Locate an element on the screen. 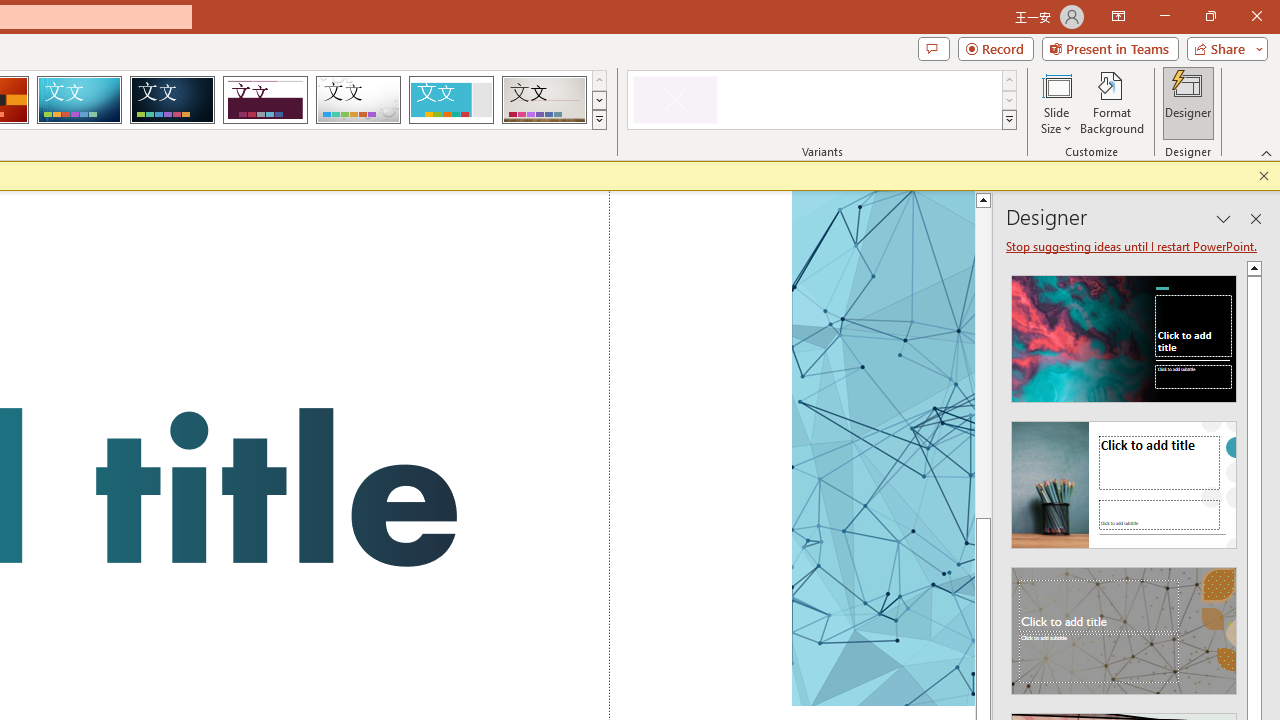 The image size is (1280, 720). 'Circuit' is located at coordinates (79, 100).